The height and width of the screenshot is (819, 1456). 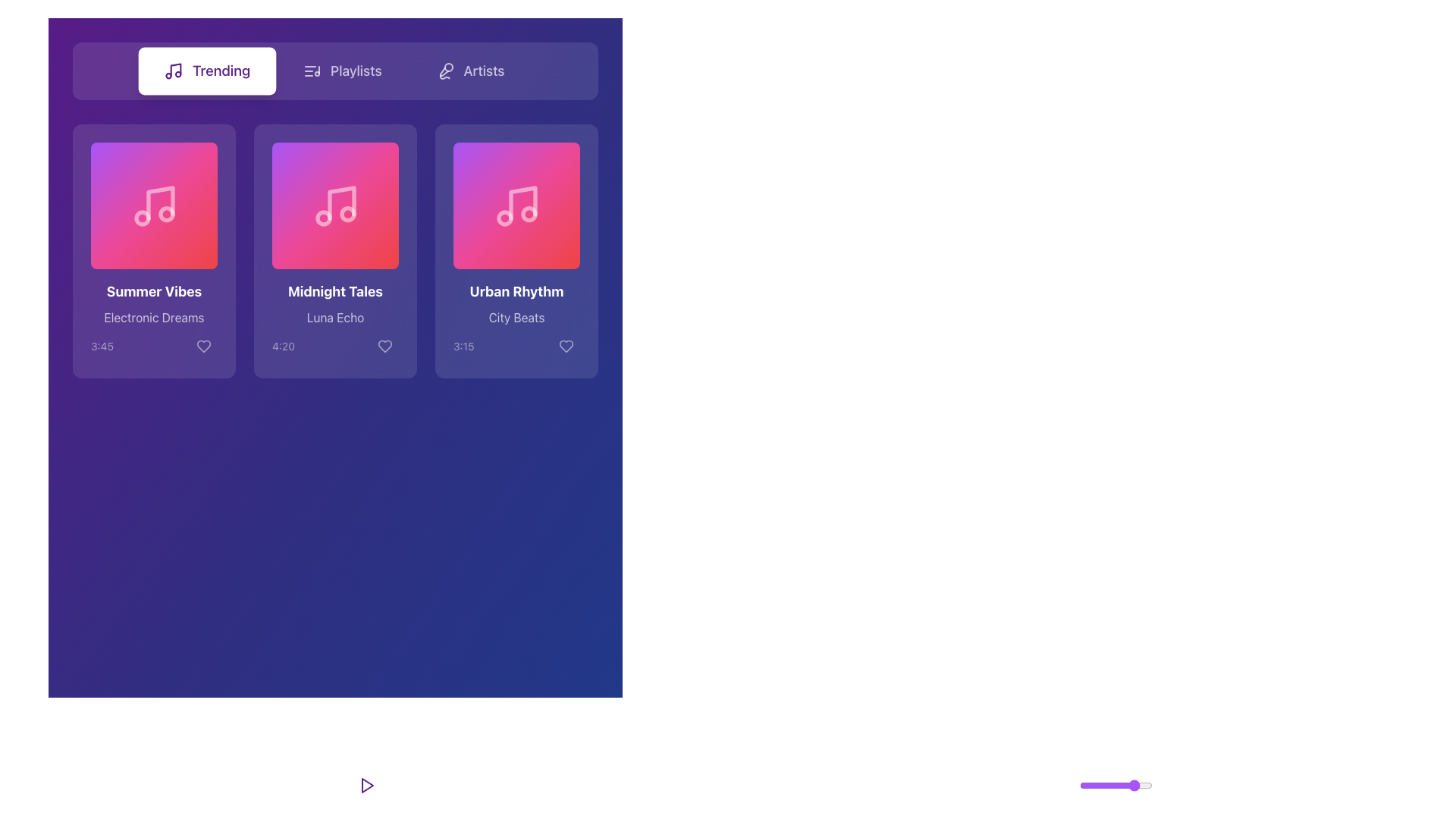 What do you see at coordinates (1117, 785) in the screenshot?
I see `the slider` at bounding box center [1117, 785].